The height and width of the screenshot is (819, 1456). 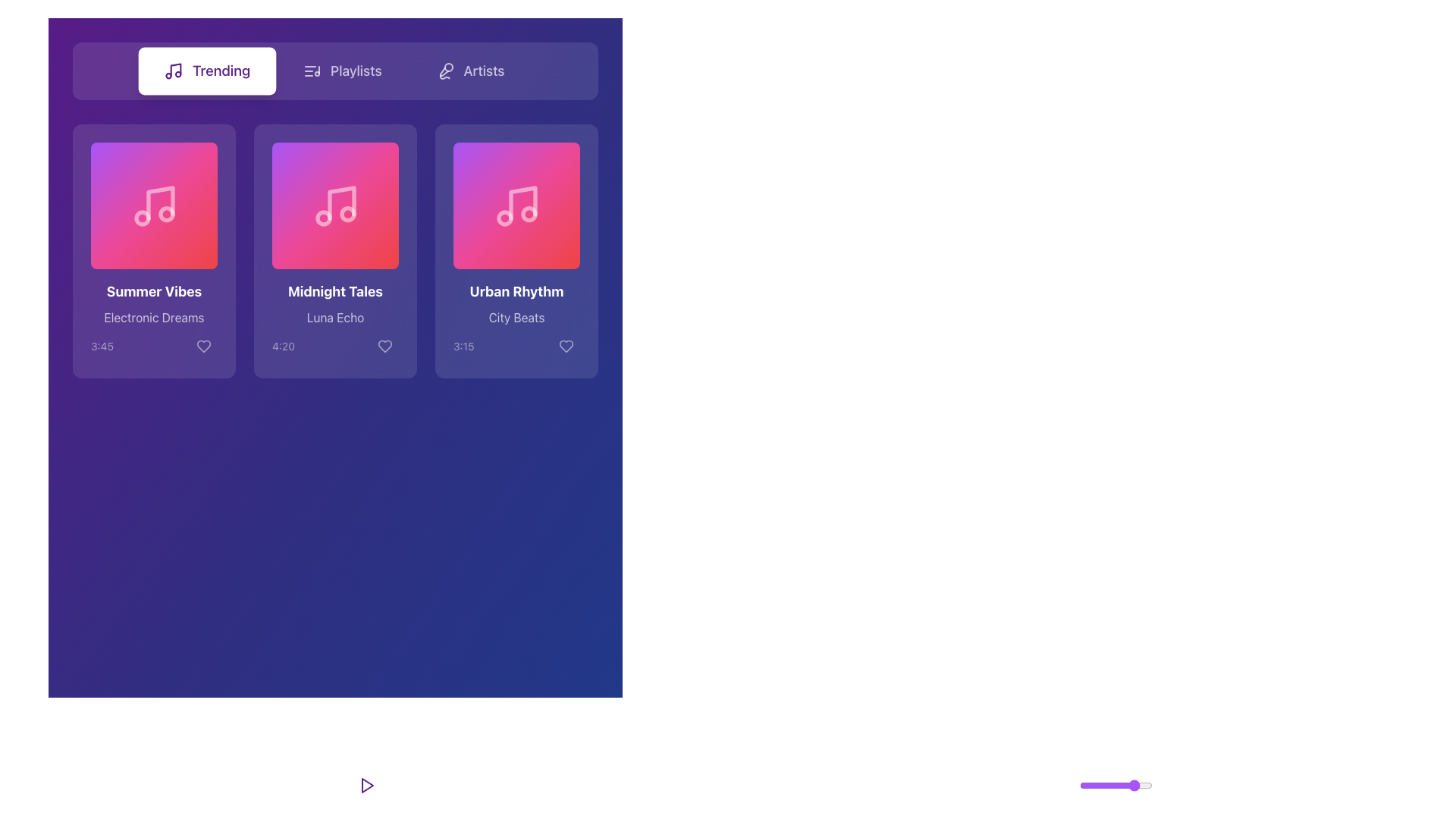 What do you see at coordinates (1117, 785) in the screenshot?
I see `the slider` at bounding box center [1117, 785].